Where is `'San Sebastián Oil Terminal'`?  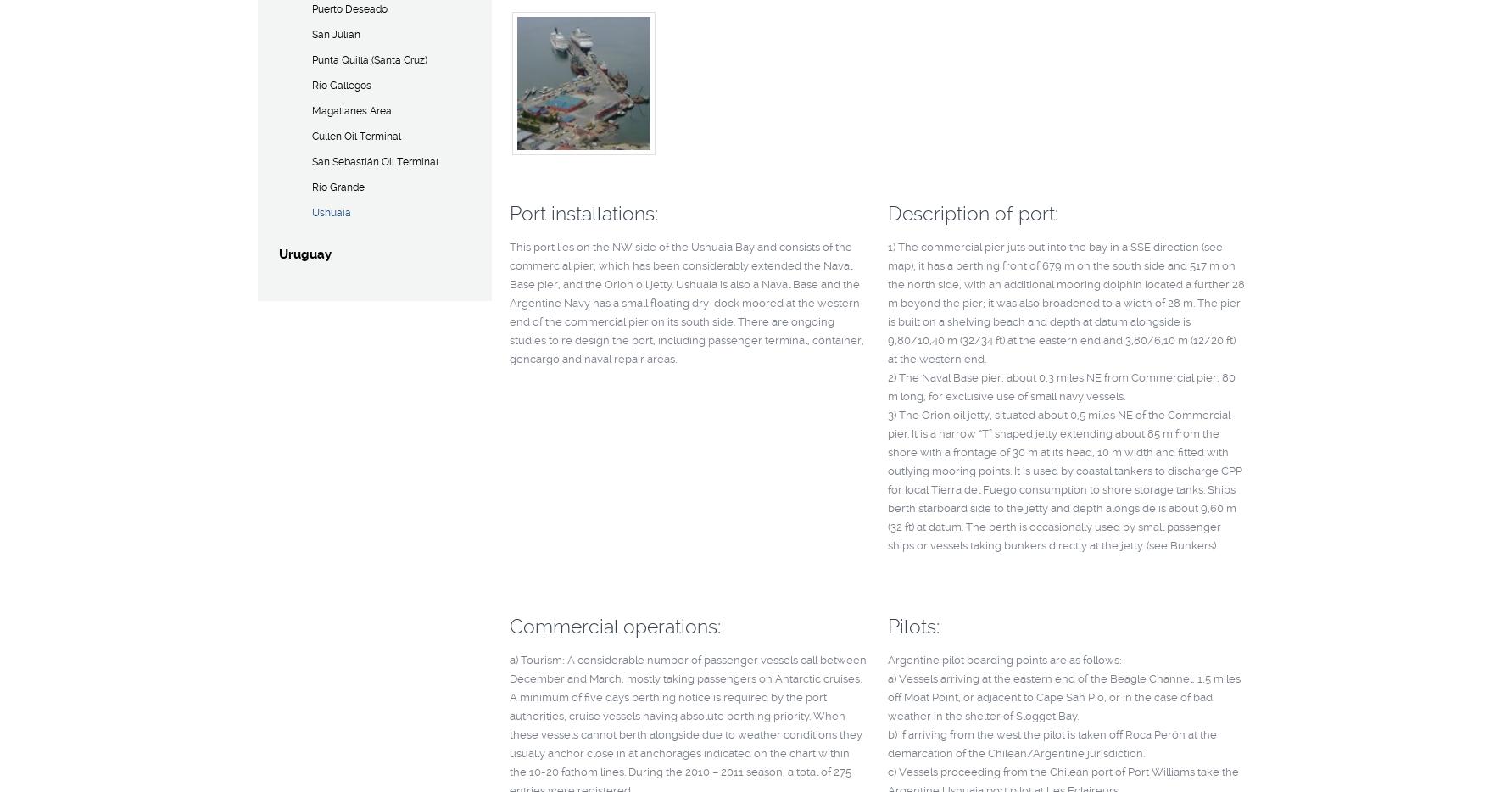 'San Sebastián Oil Terminal' is located at coordinates (374, 161).